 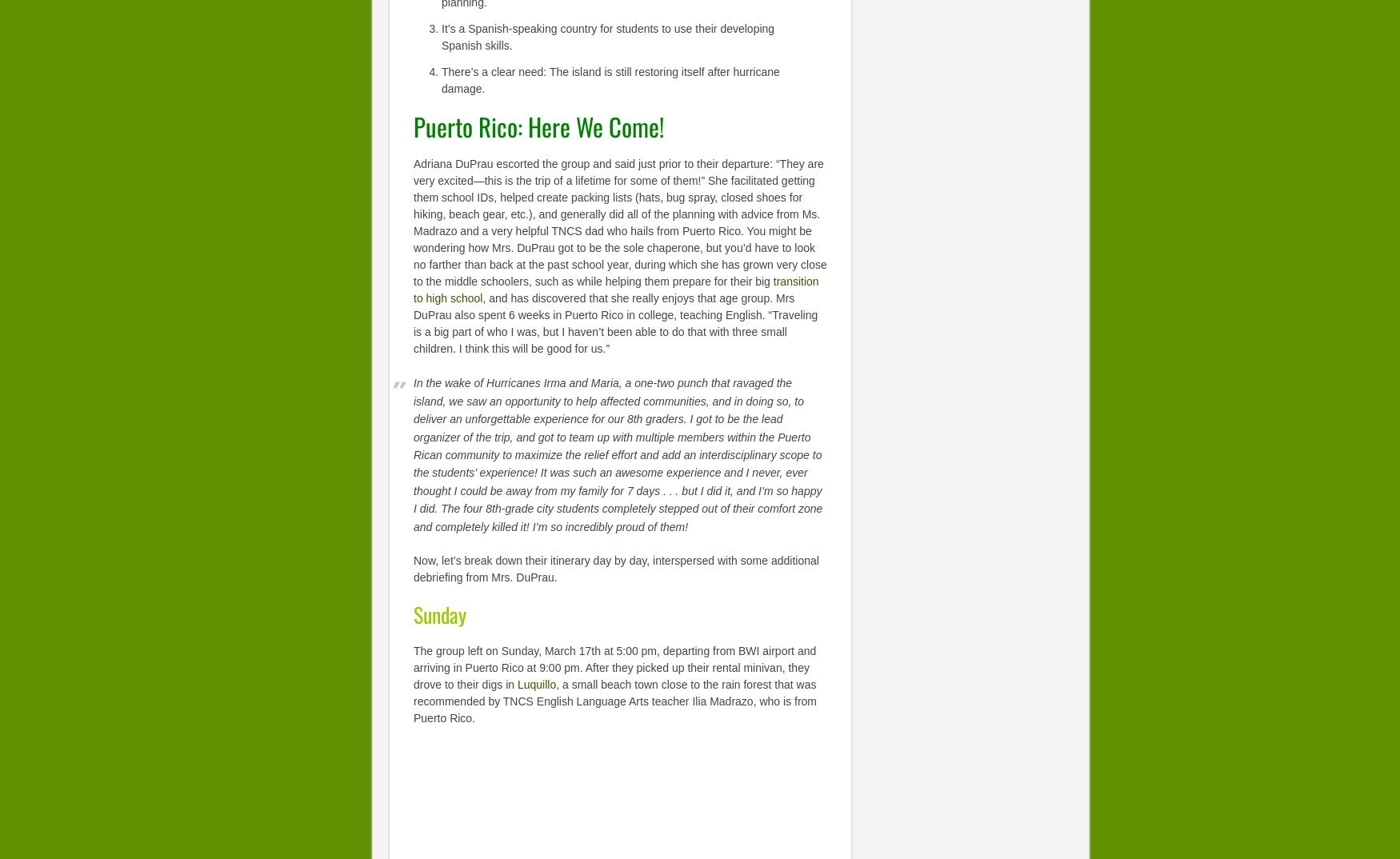 What do you see at coordinates (439, 613) in the screenshot?
I see `'Sunday'` at bounding box center [439, 613].